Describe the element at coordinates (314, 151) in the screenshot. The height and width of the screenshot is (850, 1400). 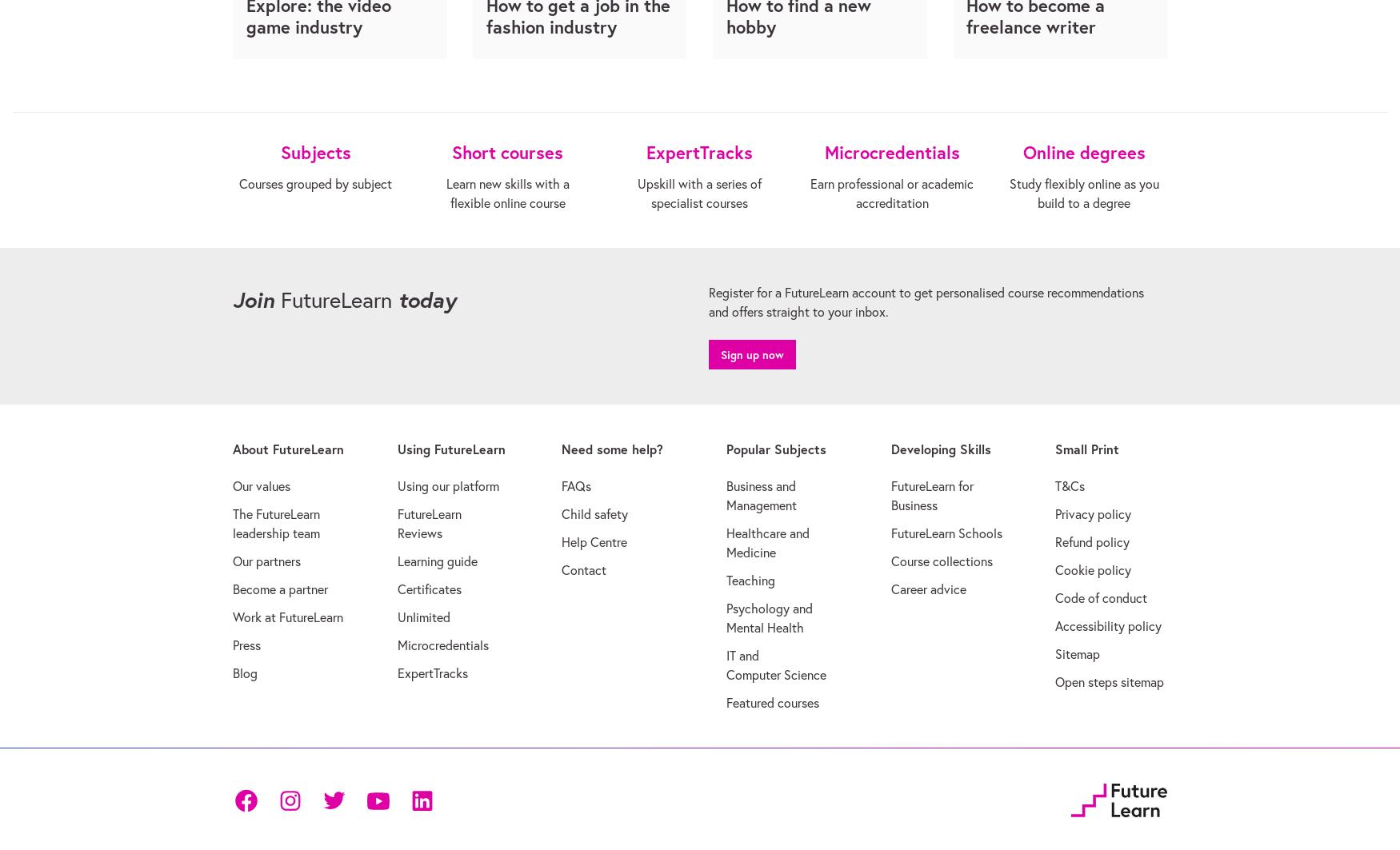
I see `'Subjects'` at that location.